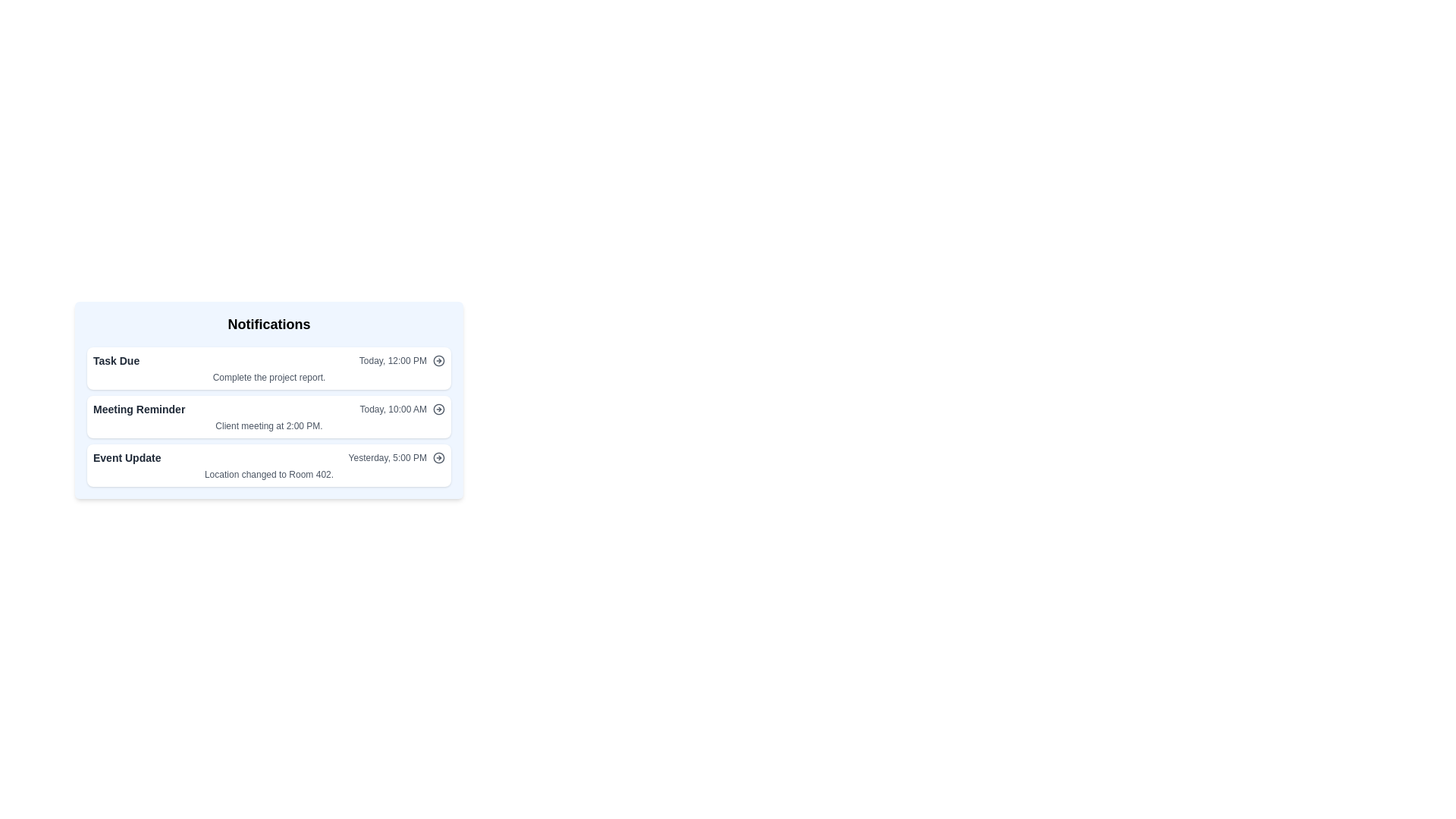 The height and width of the screenshot is (819, 1456). What do you see at coordinates (269, 376) in the screenshot?
I see `static text element providing additional details about a task associated with the 'Task Due' notification, located centrally under the main title and timestamp` at bounding box center [269, 376].